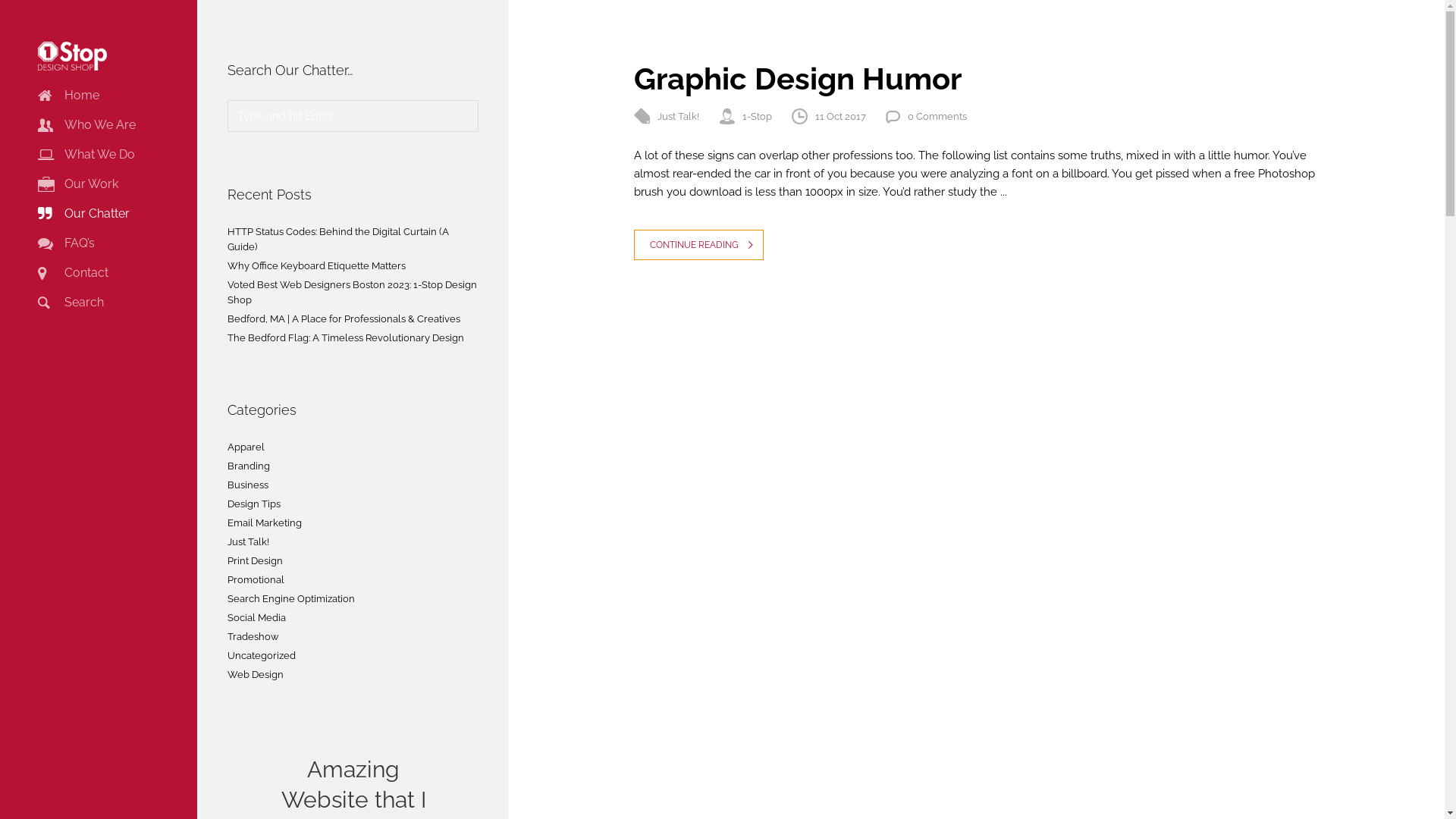 This screenshot has width=1456, height=819. I want to click on 'Branding', so click(248, 465).